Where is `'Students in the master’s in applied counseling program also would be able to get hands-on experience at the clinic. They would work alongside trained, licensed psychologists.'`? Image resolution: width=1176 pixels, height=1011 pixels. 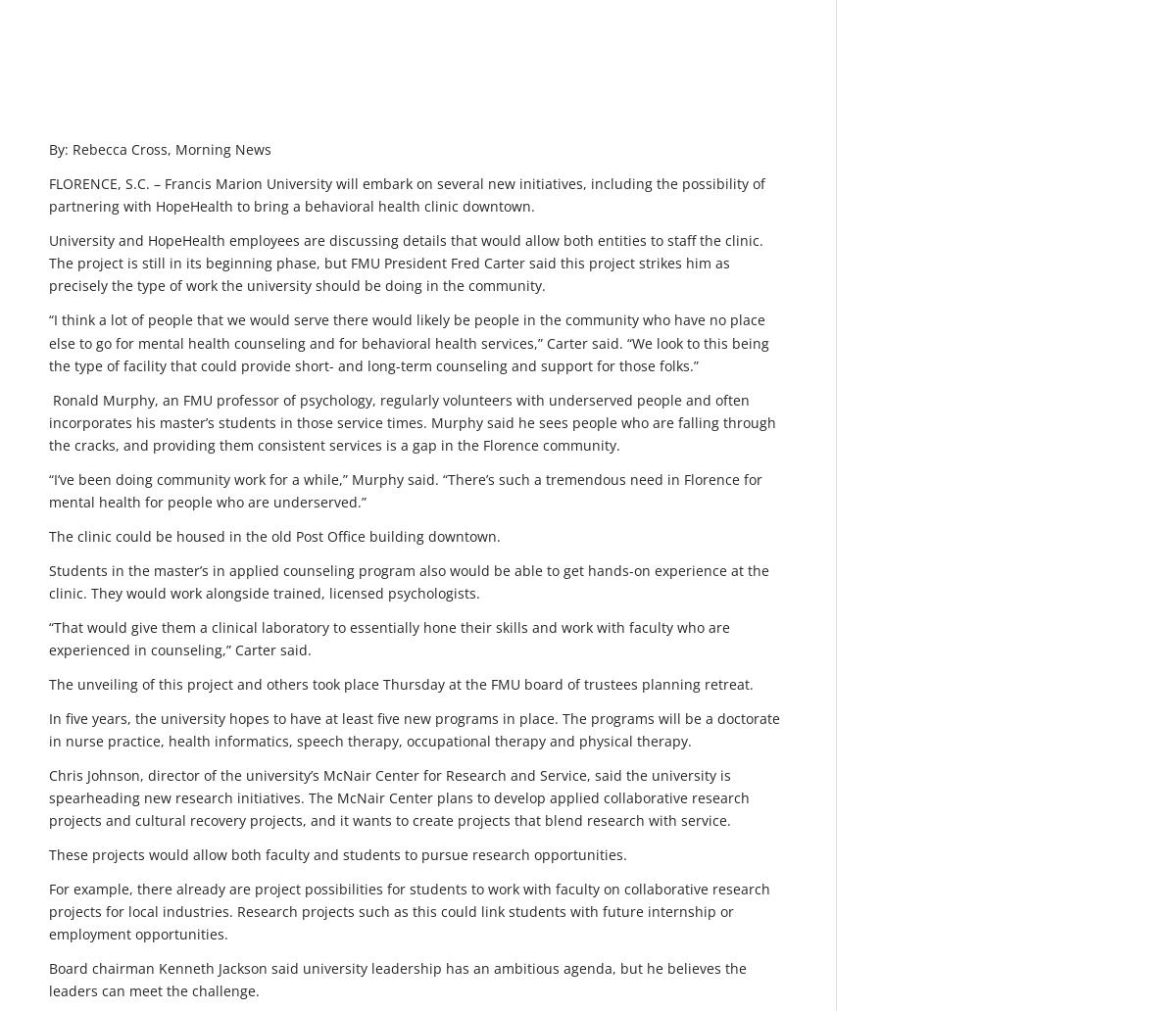
'Students in the master’s in applied counseling program also would be able to get hands-on experience at the clinic. They would work alongside trained, licensed psychologists.' is located at coordinates (49, 580).